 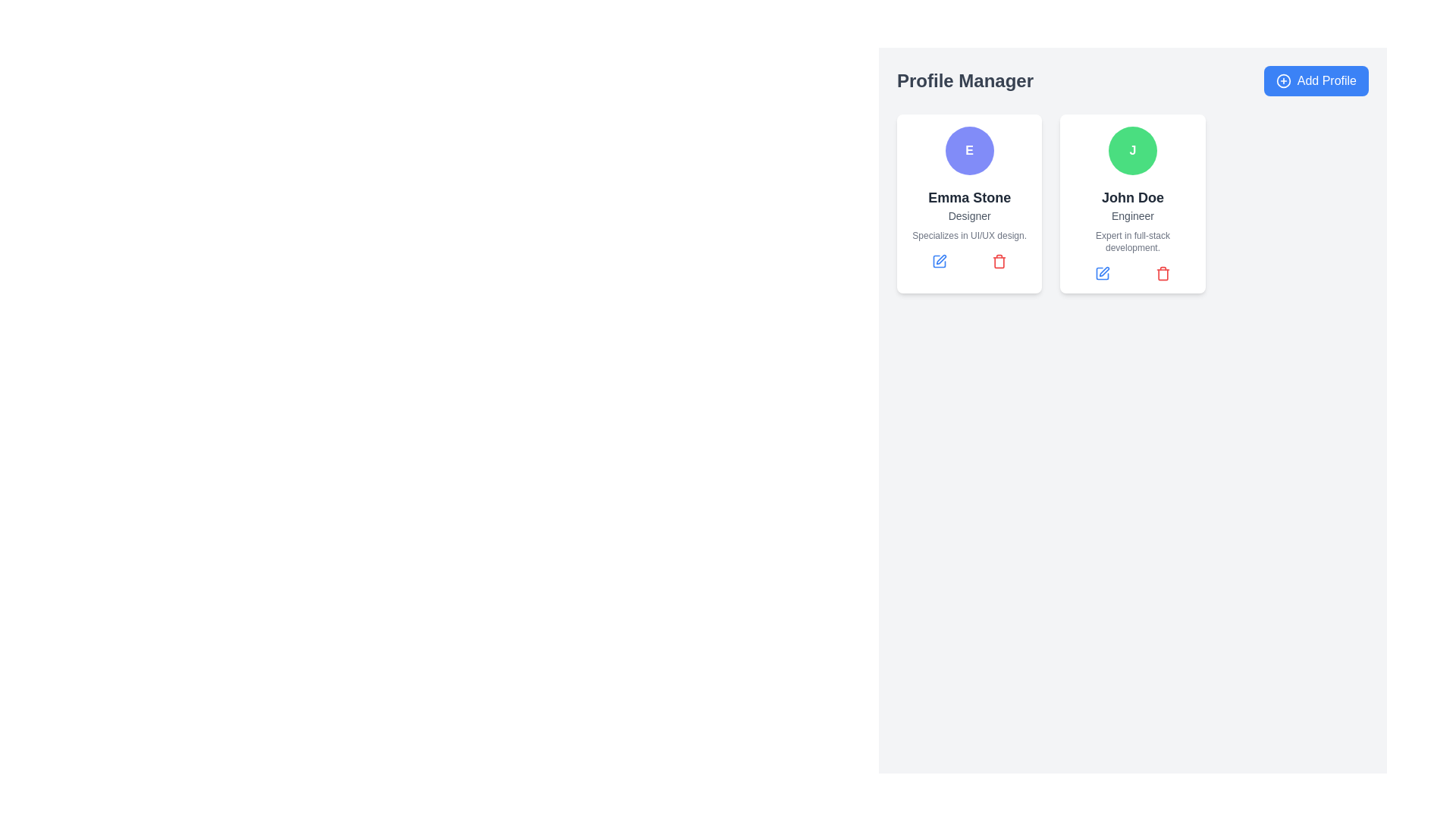 What do you see at coordinates (1162, 274) in the screenshot?
I see `the delete button located at the bottom-right corner of John Doe's profile card` at bounding box center [1162, 274].